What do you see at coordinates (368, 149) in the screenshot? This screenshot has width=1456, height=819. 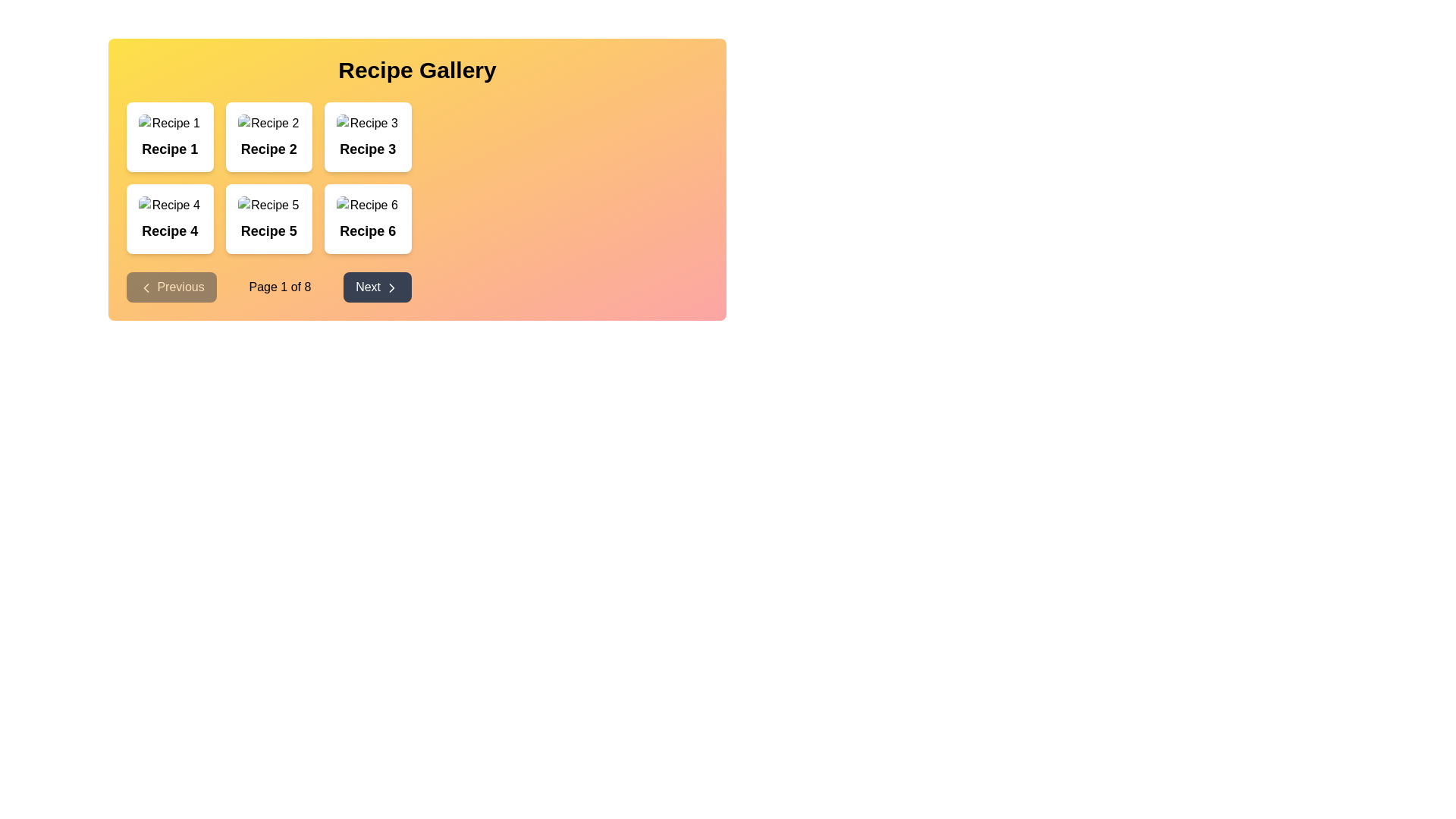 I see `the Text label displaying the title of the recipe entry located below the image labeled 'Recipe 3' in the grid of recipe items` at bounding box center [368, 149].